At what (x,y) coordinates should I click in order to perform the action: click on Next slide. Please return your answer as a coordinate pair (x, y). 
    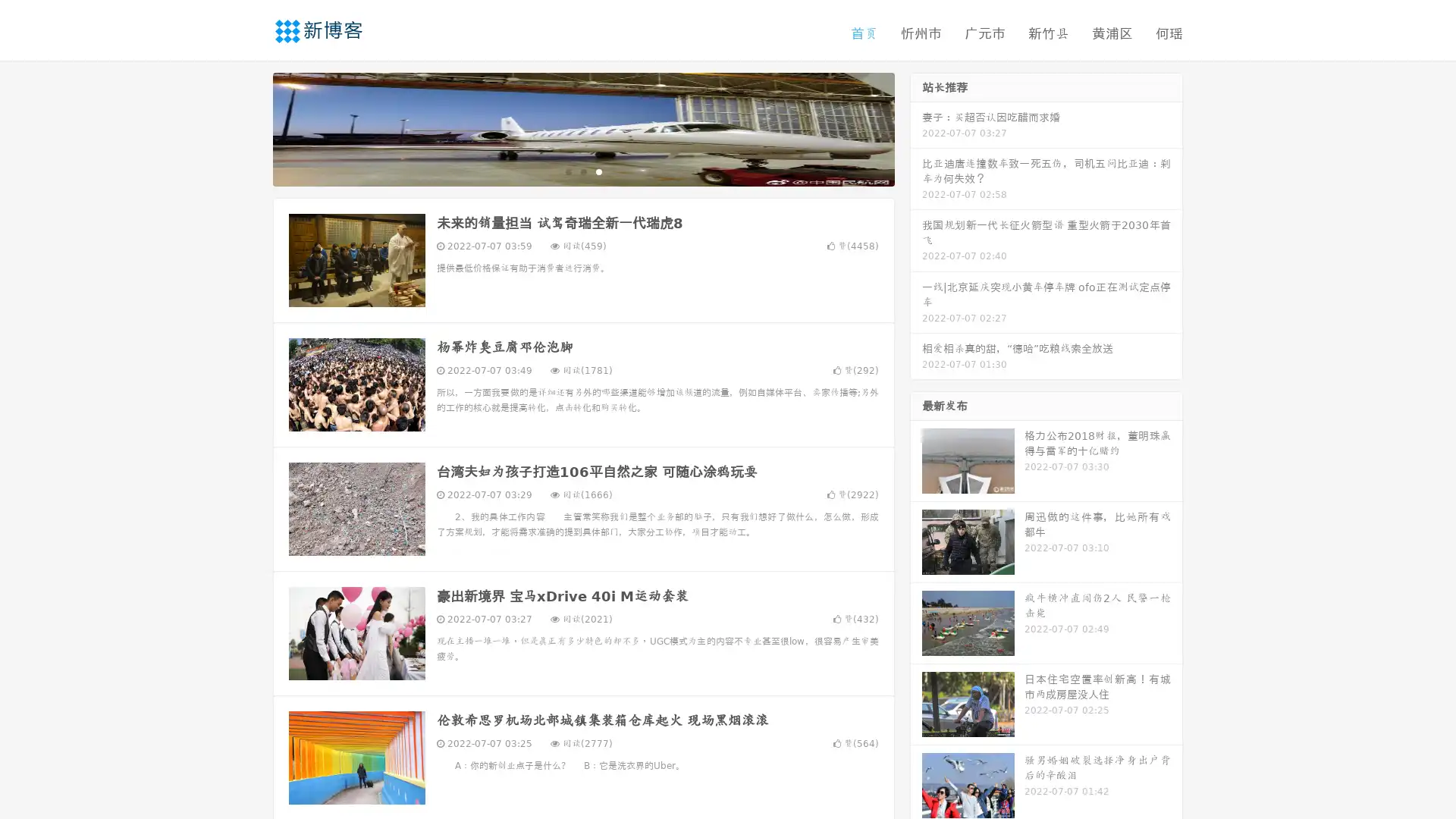
    Looking at the image, I should click on (916, 127).